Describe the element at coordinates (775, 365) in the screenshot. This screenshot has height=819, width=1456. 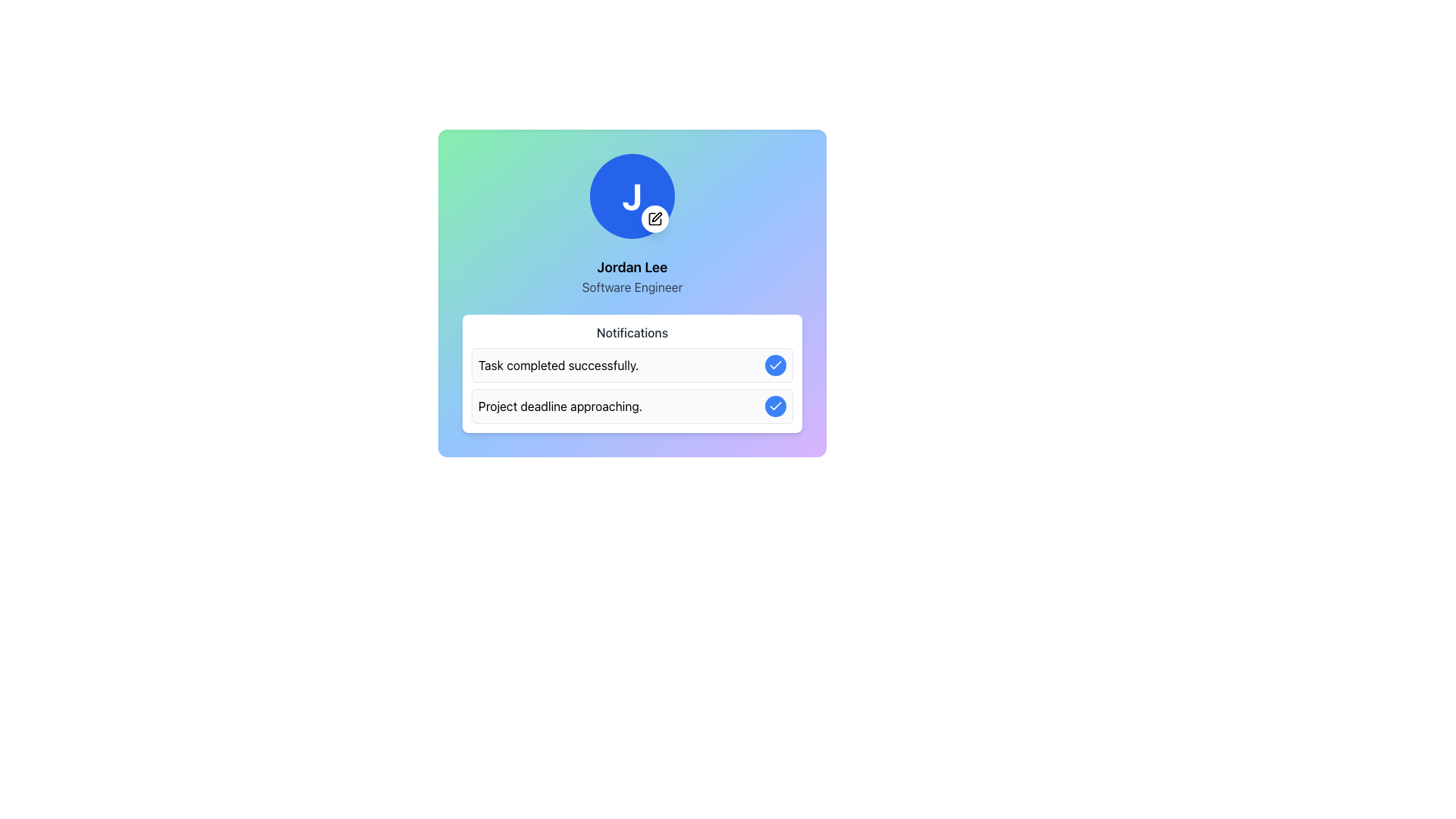
I see `the checkmark icon with a blue background located on the far-right side of the second notification entry` at that location.